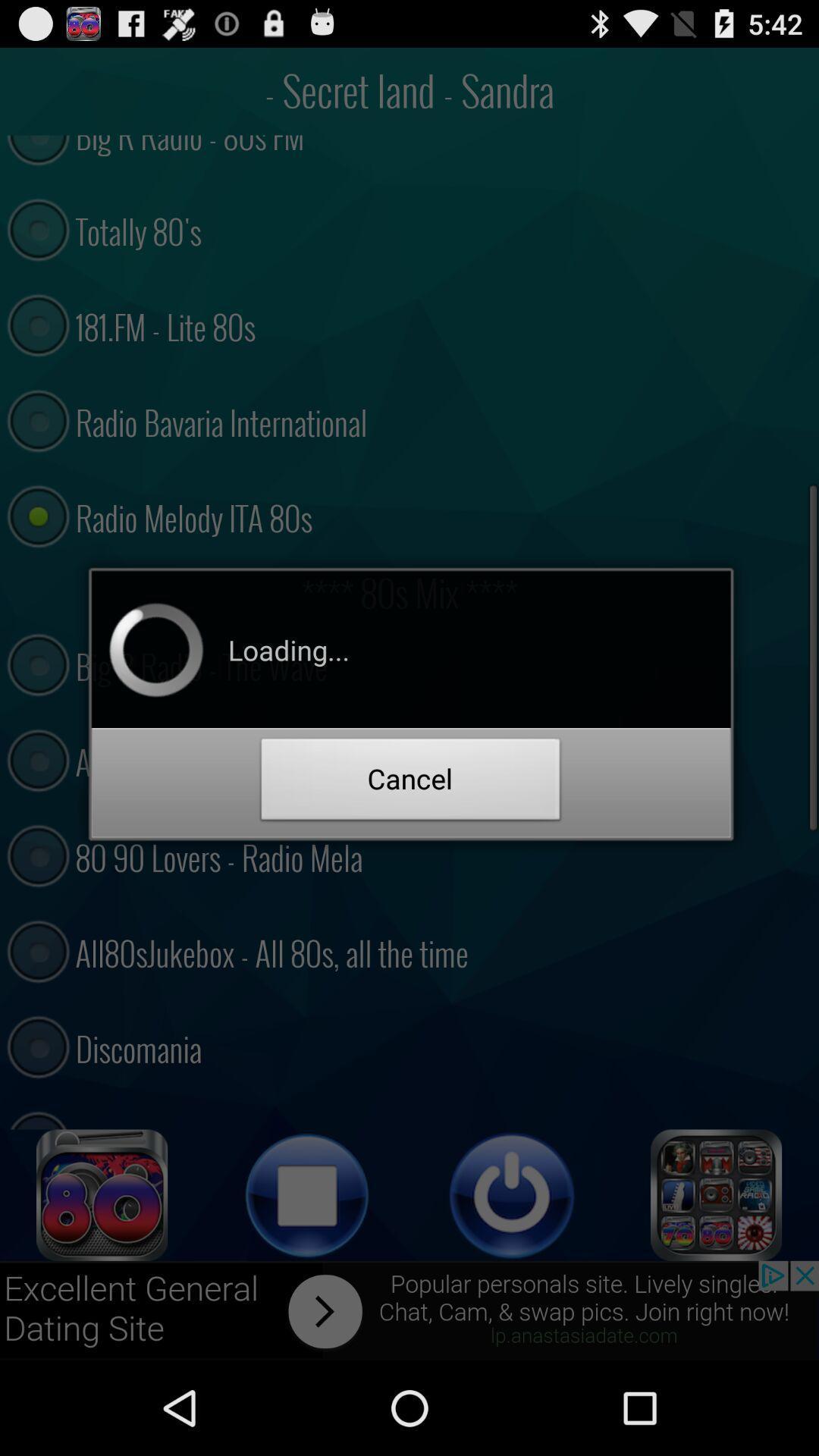 This screenshot has height=1456, width=819. Describe the element at coordinates (409, 1310) in the screenshot. I see `advertisements image` at that location.